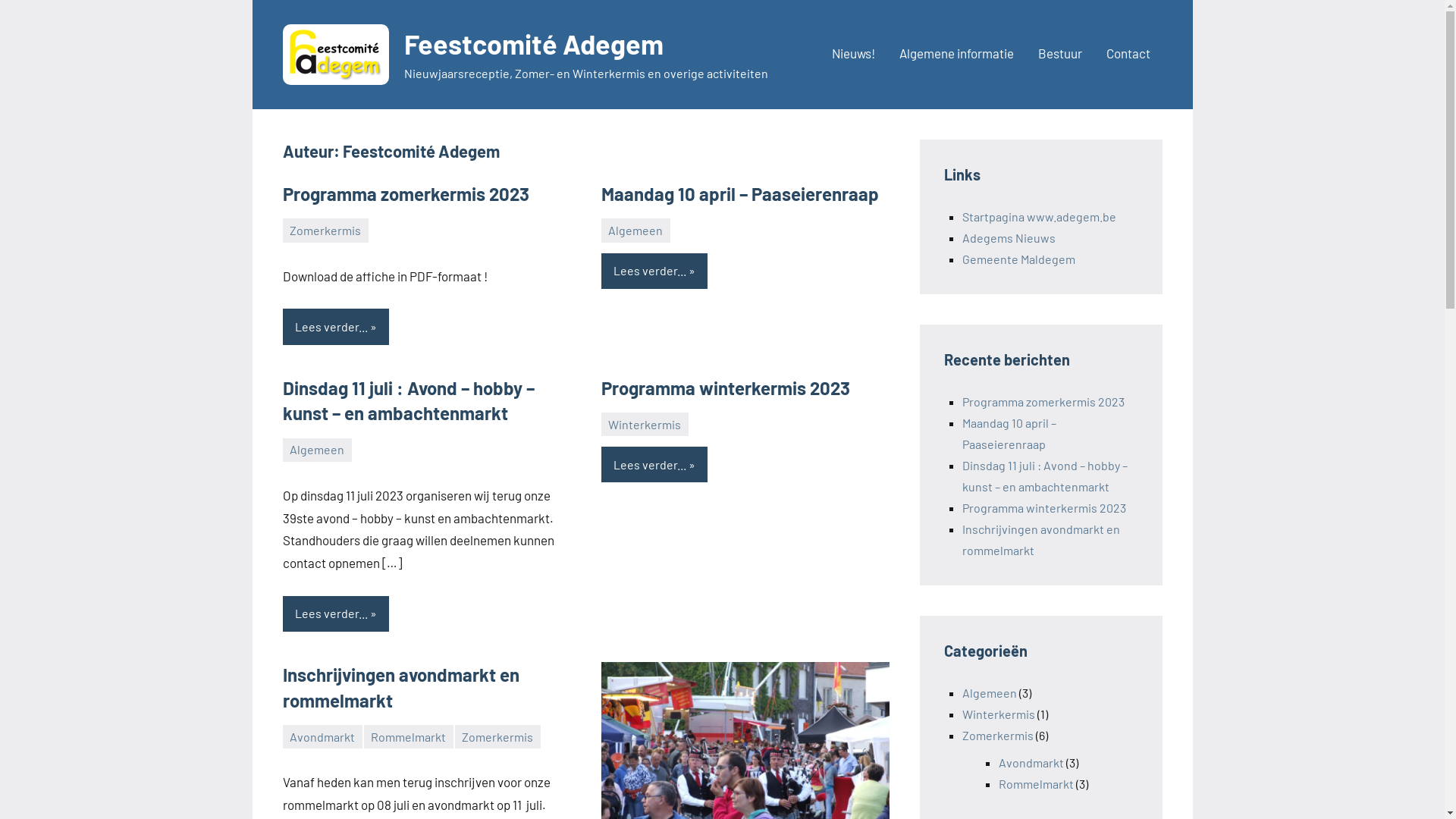  What do you see at coordinates (600, 270) in the screenshot?
I see `'Lees verder...'` at bounding box center [600, 270].